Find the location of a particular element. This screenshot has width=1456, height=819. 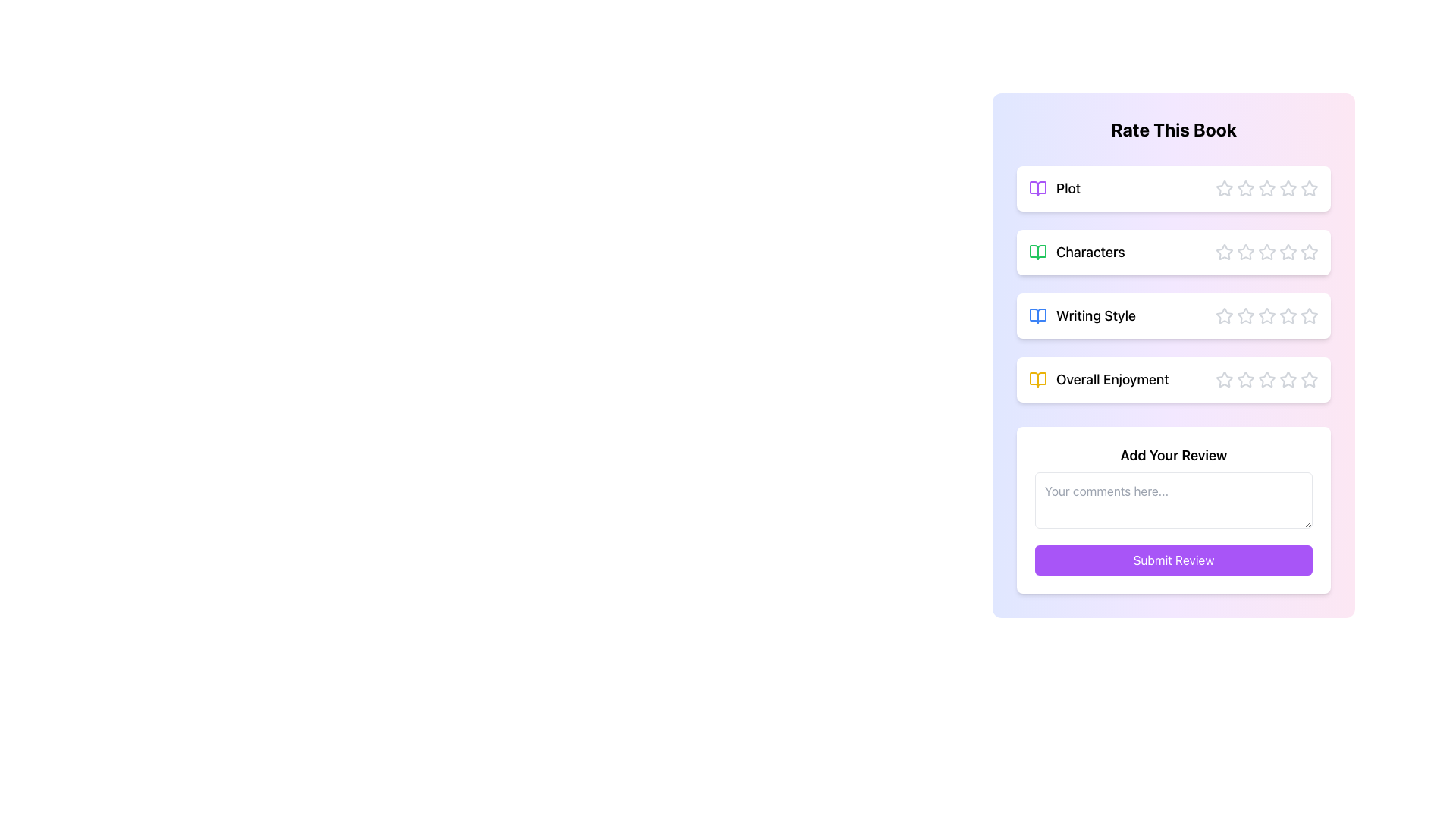

the submit review button located at the bottom of the 'Add Your Review' section to observe the hover effect is located at coordinates (1173, 560).